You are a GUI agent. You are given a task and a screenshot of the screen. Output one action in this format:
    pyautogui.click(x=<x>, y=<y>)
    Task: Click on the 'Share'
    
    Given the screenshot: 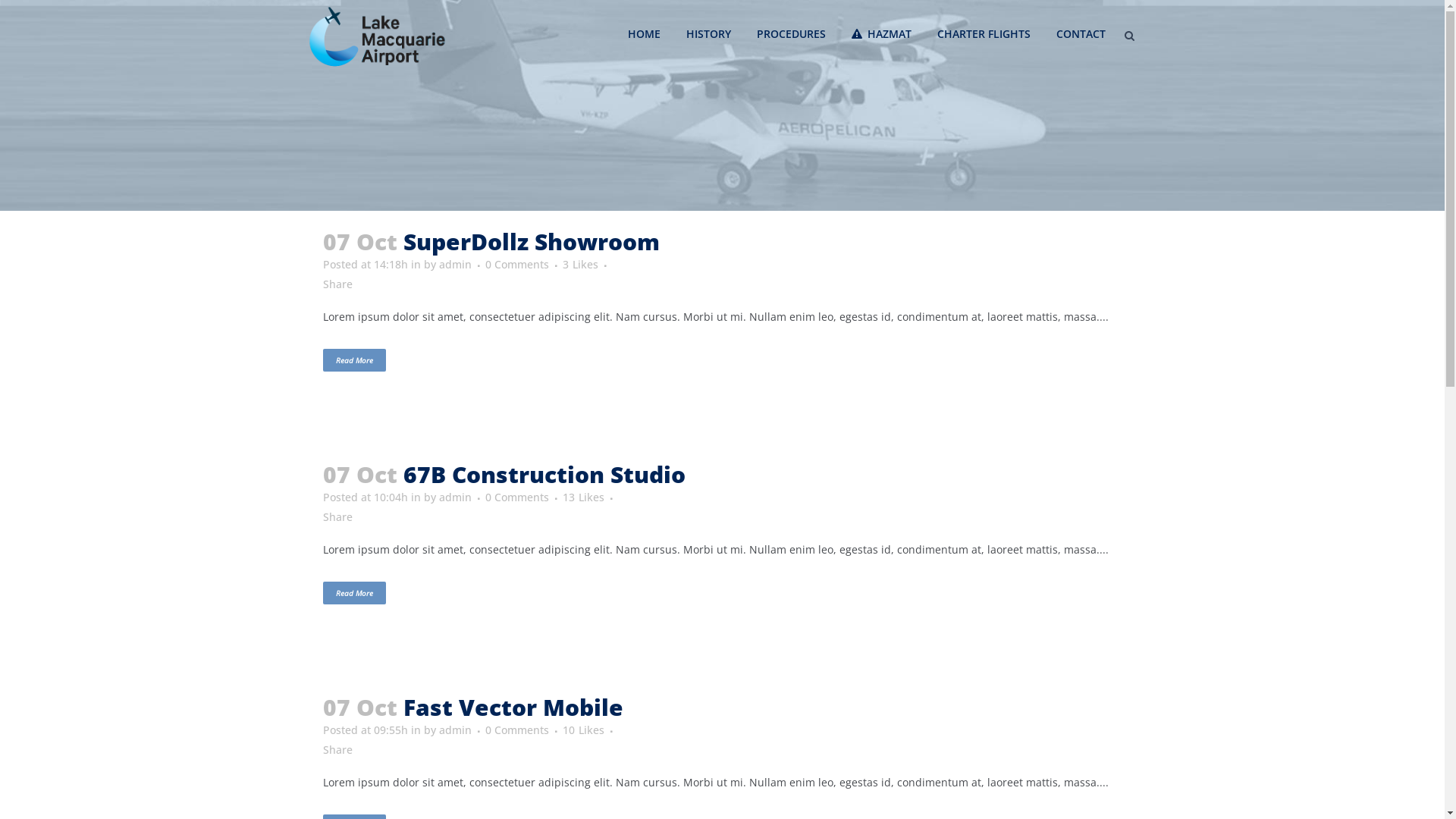 What is the action you would take?
    pyautogui.click(x=337, y=748)
    